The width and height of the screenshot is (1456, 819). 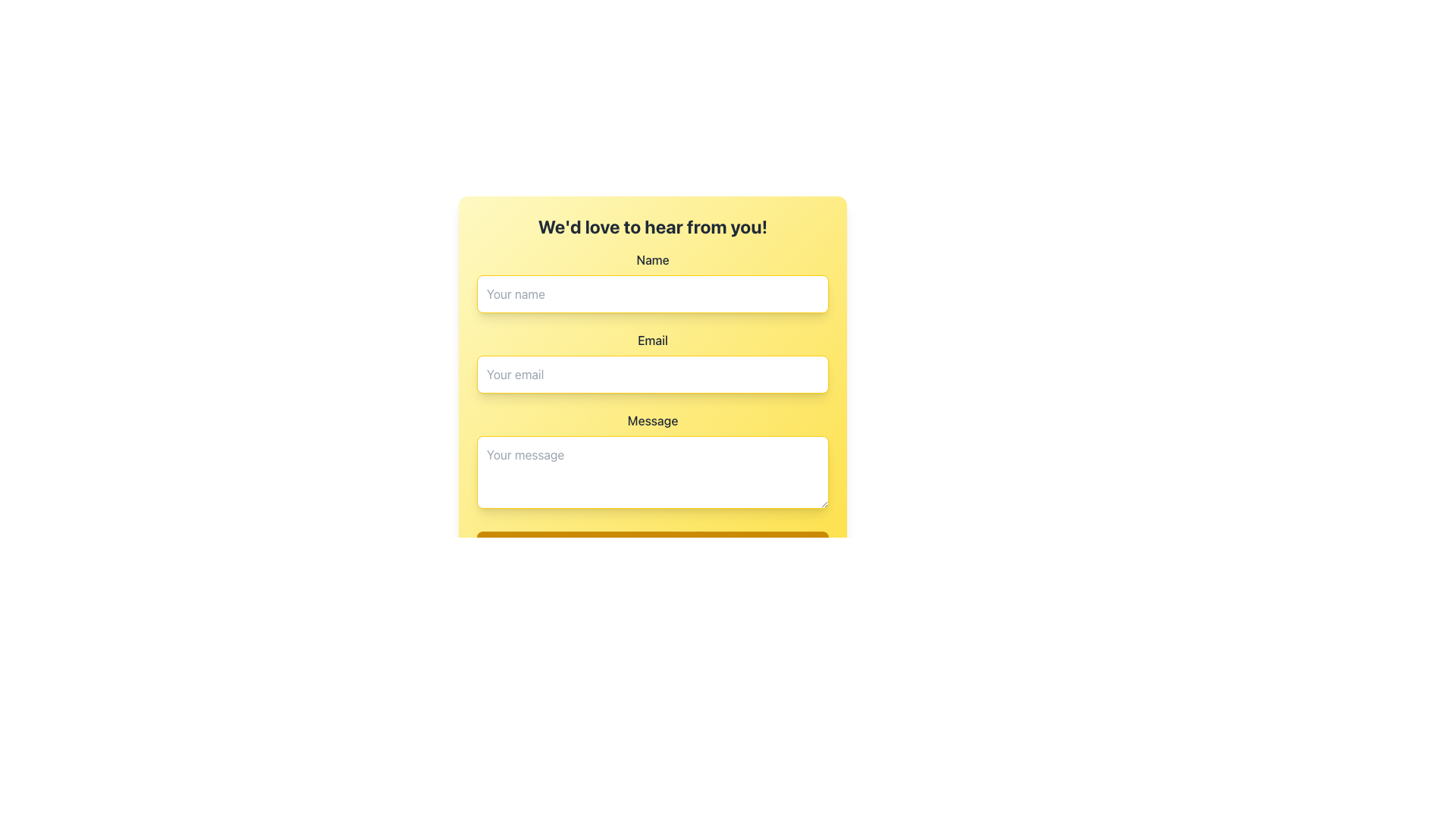 What do you see at coordinates (652, 421) in the screenshot?
I see `the 'Message' label that provides context for the input area below it, located between the 'Email' field and the 'Your message' textarea` at bounding box center [652, 421].